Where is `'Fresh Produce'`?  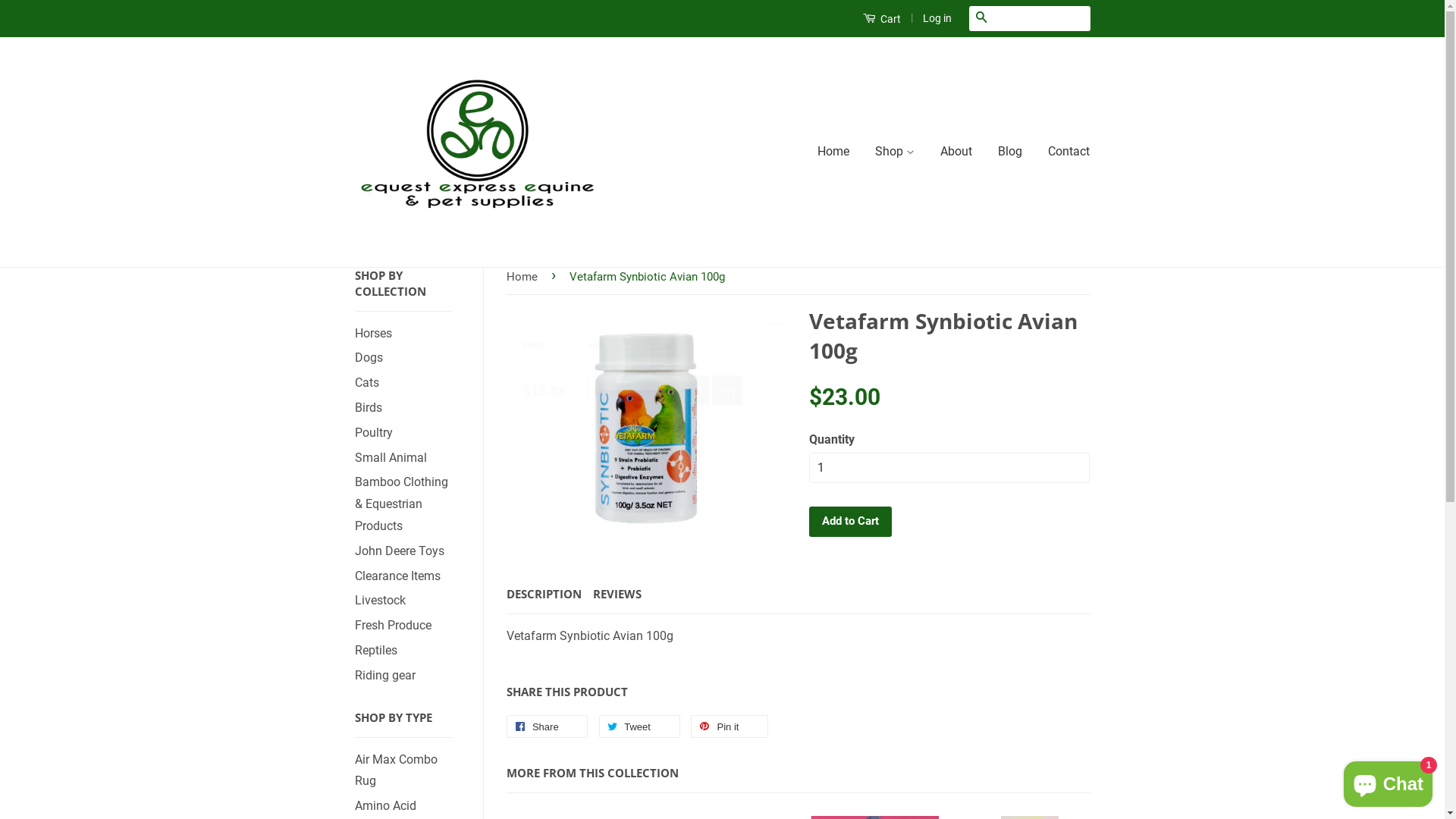 'Fresh Produce' is located at coordinates (353, 625).